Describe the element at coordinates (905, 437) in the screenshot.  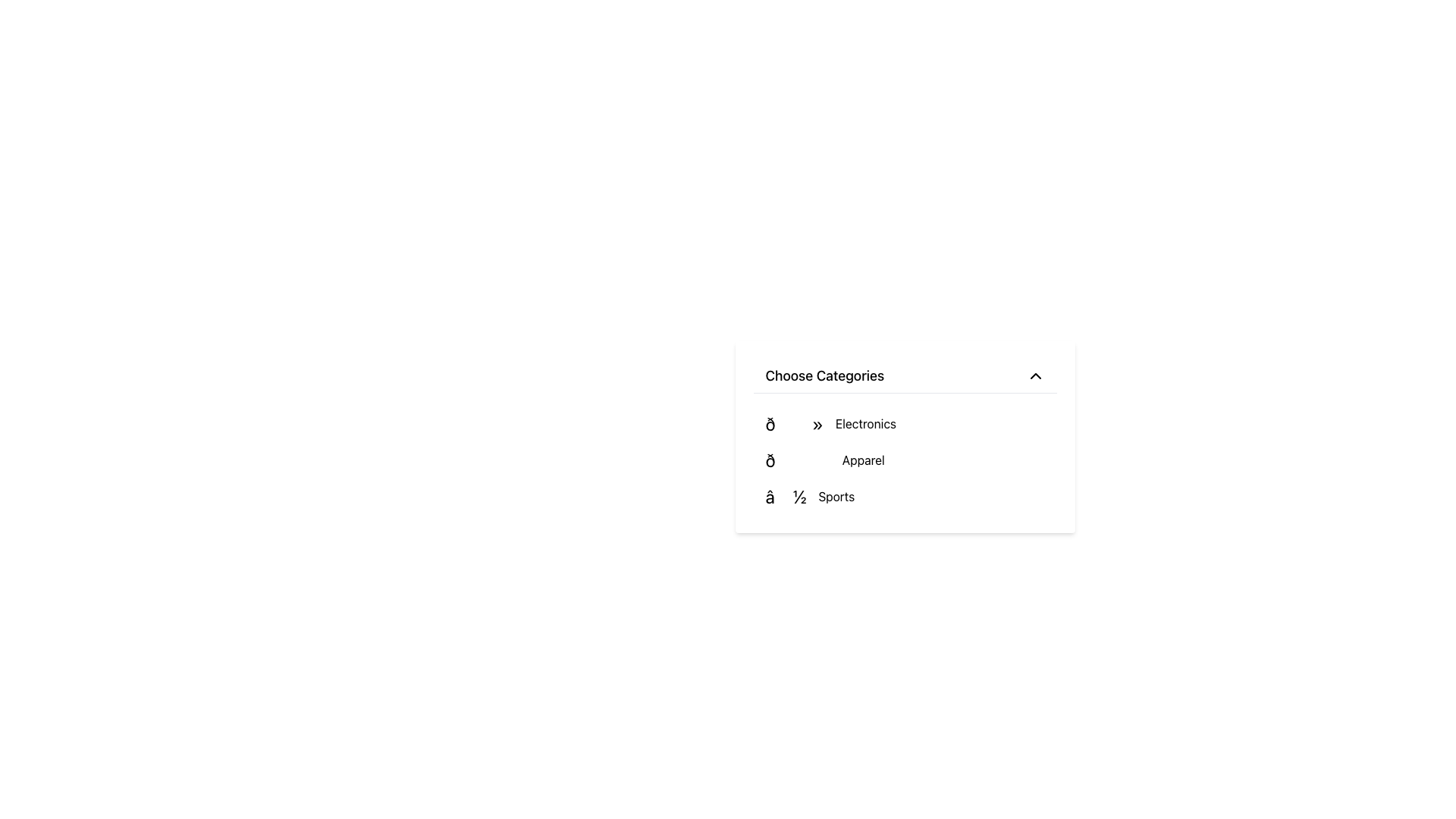
I see `the category name within the 'Choose Categories' dropdown menu to make a selection` at that location.